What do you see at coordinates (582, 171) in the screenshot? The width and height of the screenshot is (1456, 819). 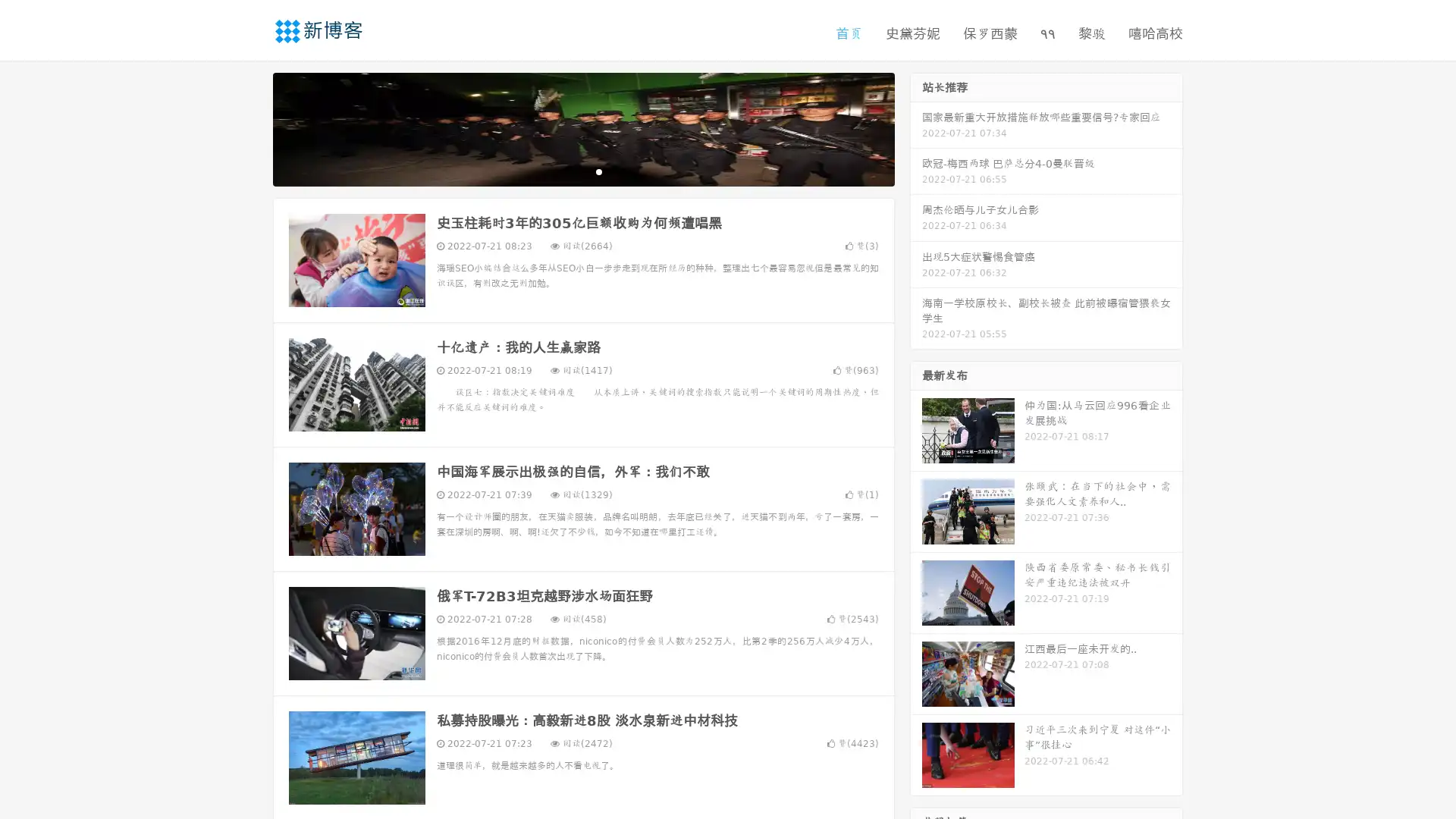 I see `Go to slide 2` at bounding box center [582, 171].